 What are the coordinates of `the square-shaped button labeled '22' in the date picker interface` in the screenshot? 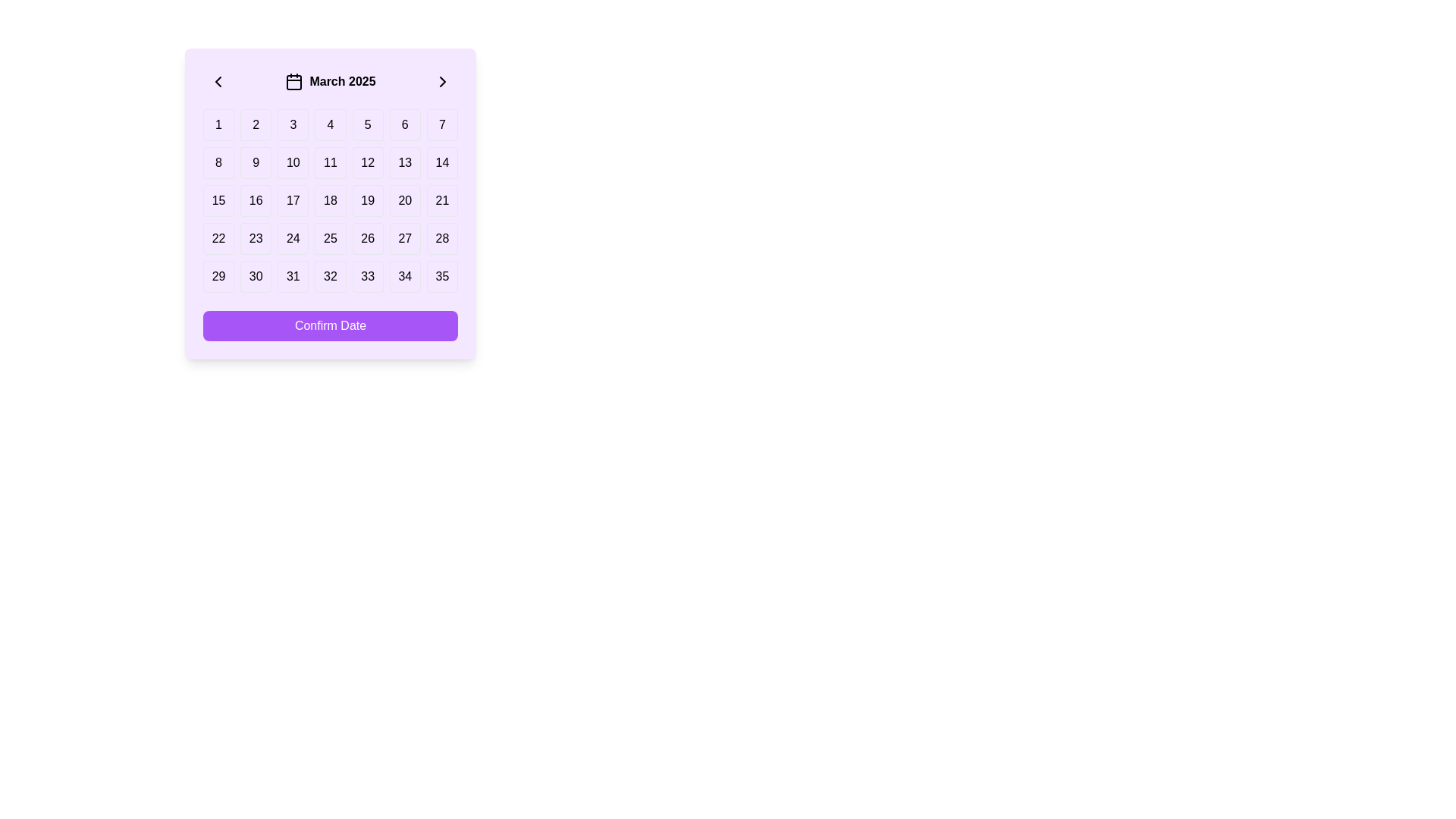 It's located at (218, 239).